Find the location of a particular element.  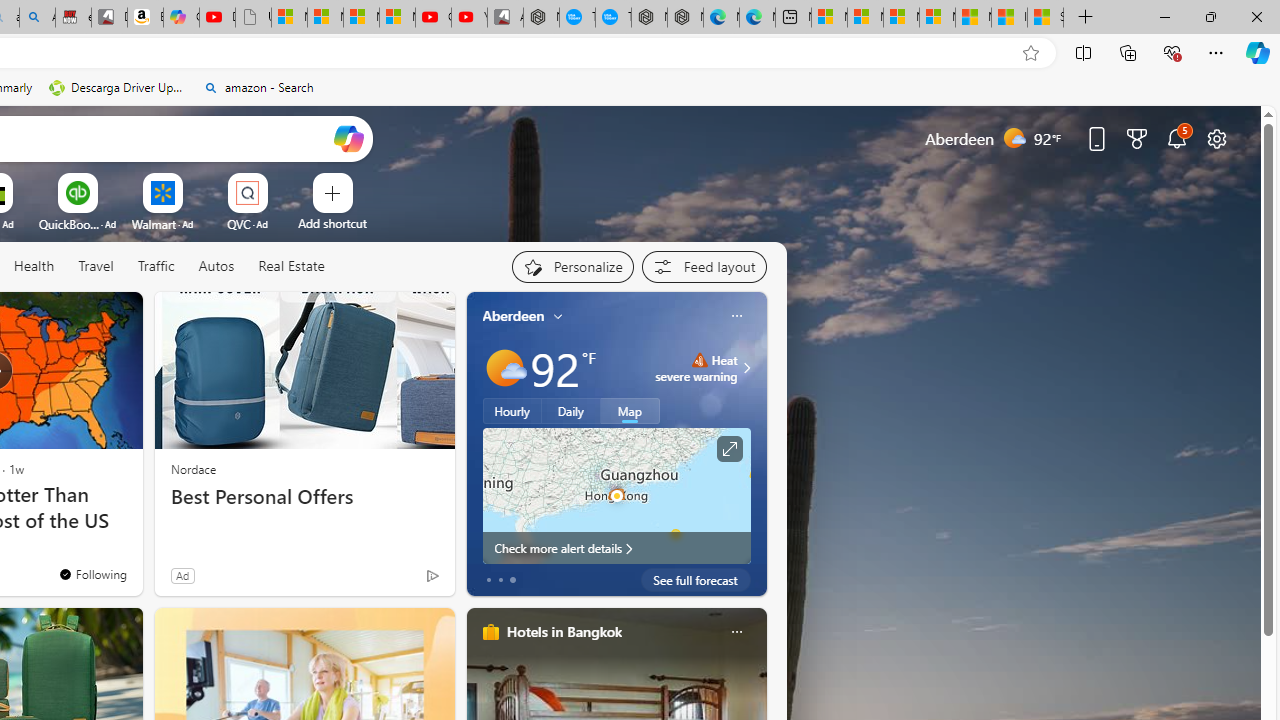

'Ad Choice' is located at coordinates (431, 575).